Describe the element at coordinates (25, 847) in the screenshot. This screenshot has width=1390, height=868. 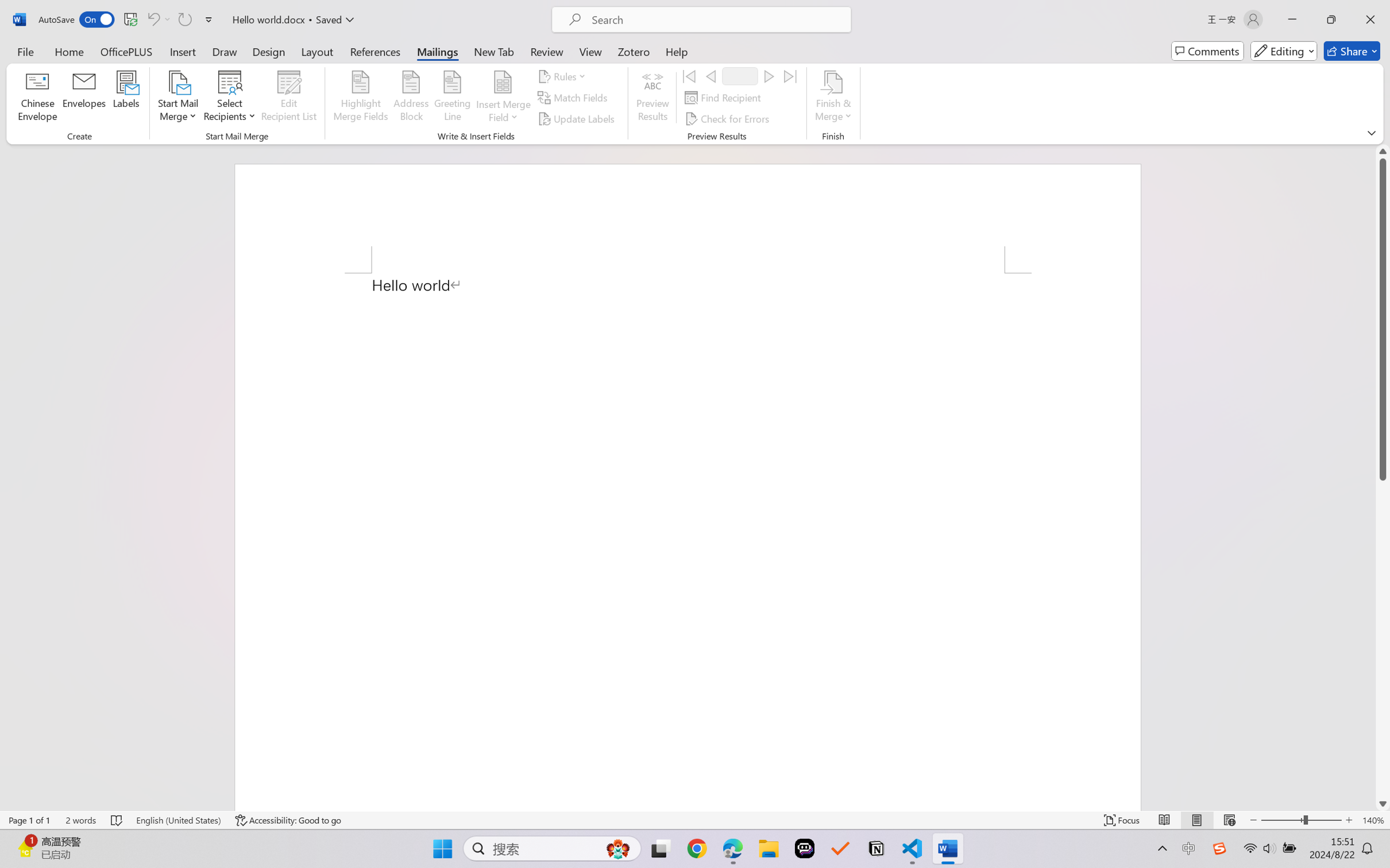
I see `'AutomationID: BadgeAnchorLargeTicker'` at that location.